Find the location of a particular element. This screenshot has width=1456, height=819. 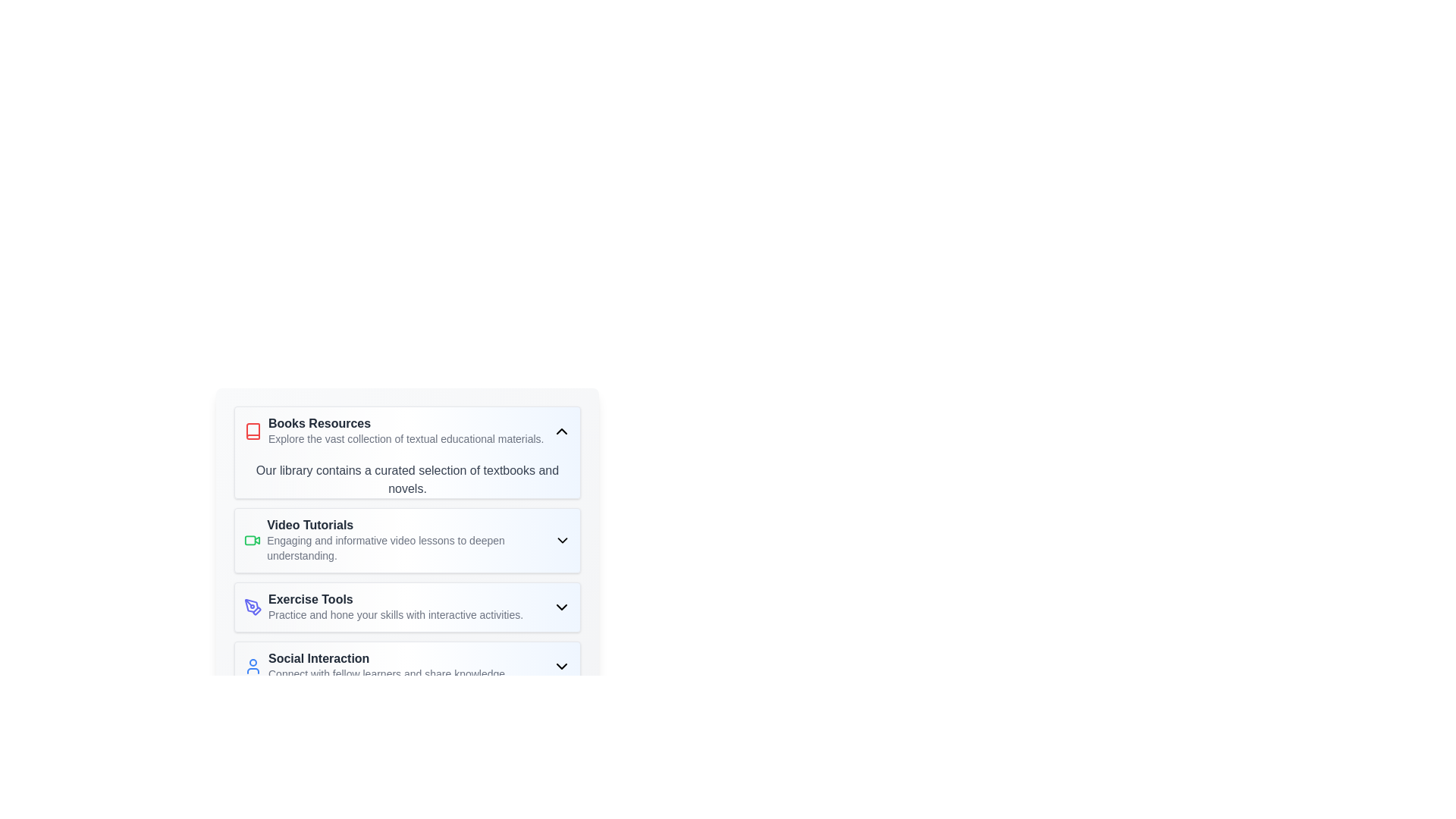

the second collapsible card in the vertically stacked list that presents video tutorials to trigger interaction effects is located at coordinates (407, 540).